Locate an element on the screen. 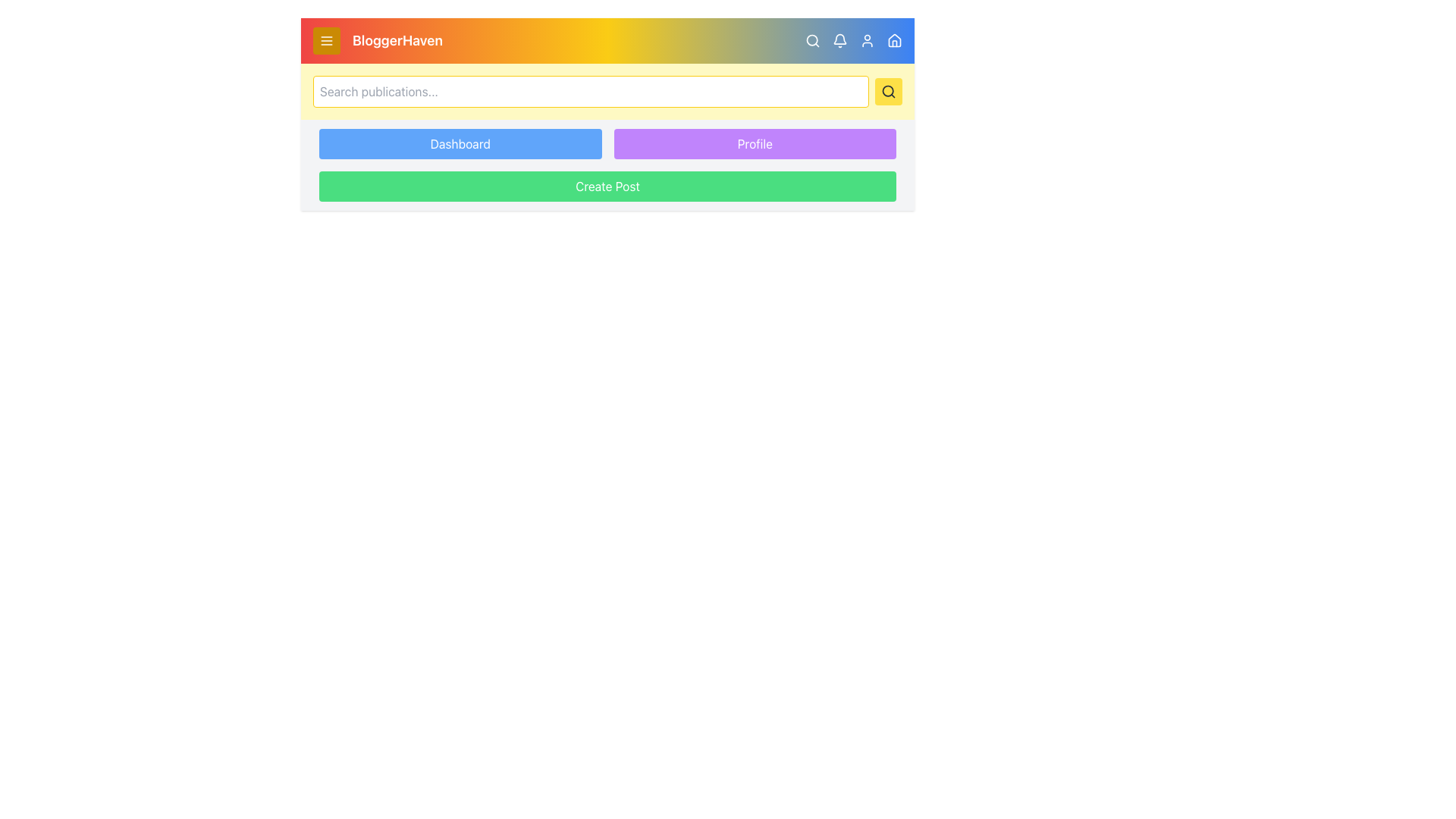 The height and width of the screenshot is (819, 1456). the second button in the horizontal navigation group, which leads to the 'Profile' page, to observe the hover effect is located at coordinates (755, 143).